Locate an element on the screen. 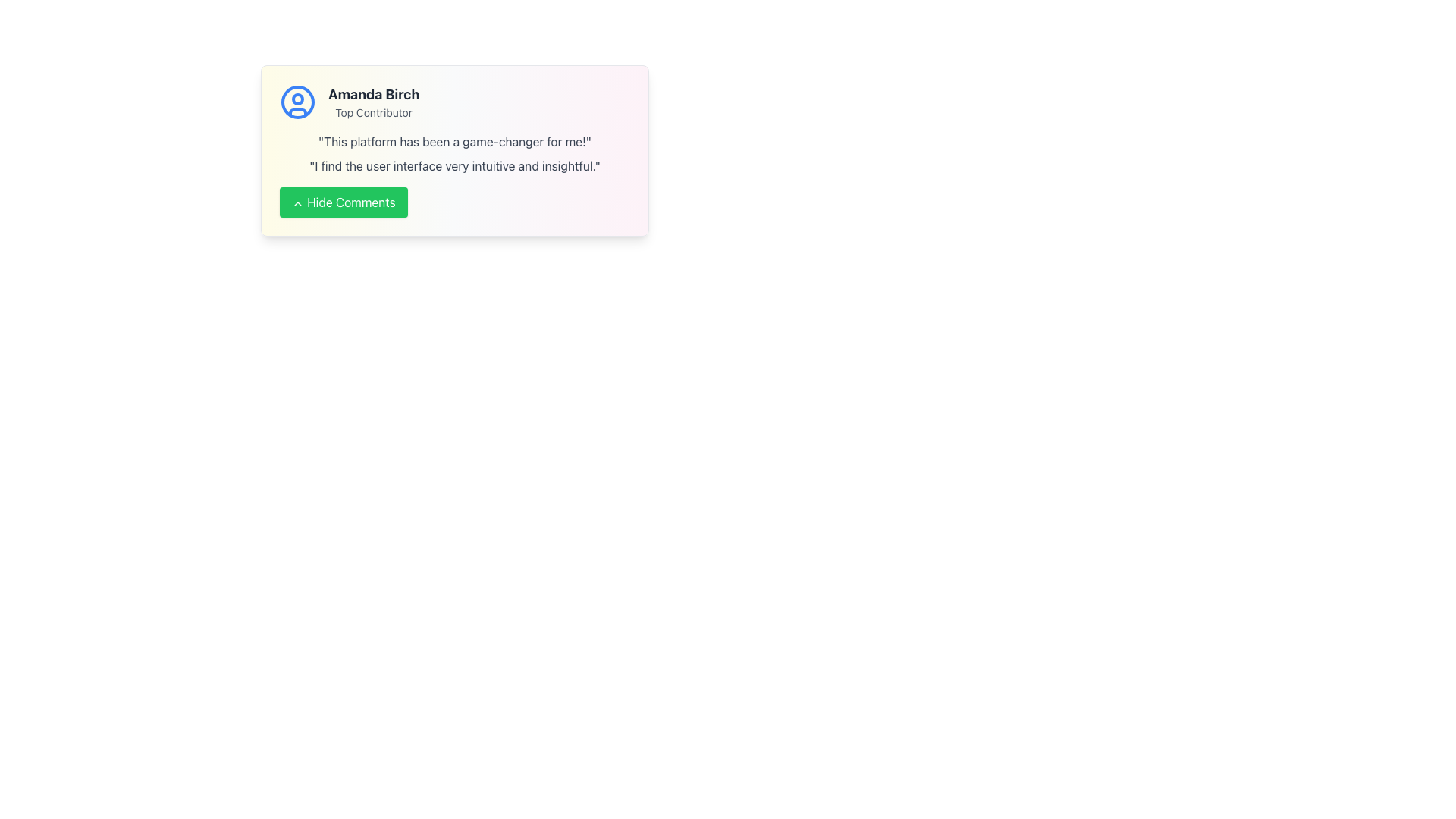 The height and width of the screenshot is (819, 1456). the circular user profile icon with blue color on a white background located on the extreme left of the section containing the name 'Amanda Birch' and the title 'Top Contributor' is located at coordinates (298, 102).